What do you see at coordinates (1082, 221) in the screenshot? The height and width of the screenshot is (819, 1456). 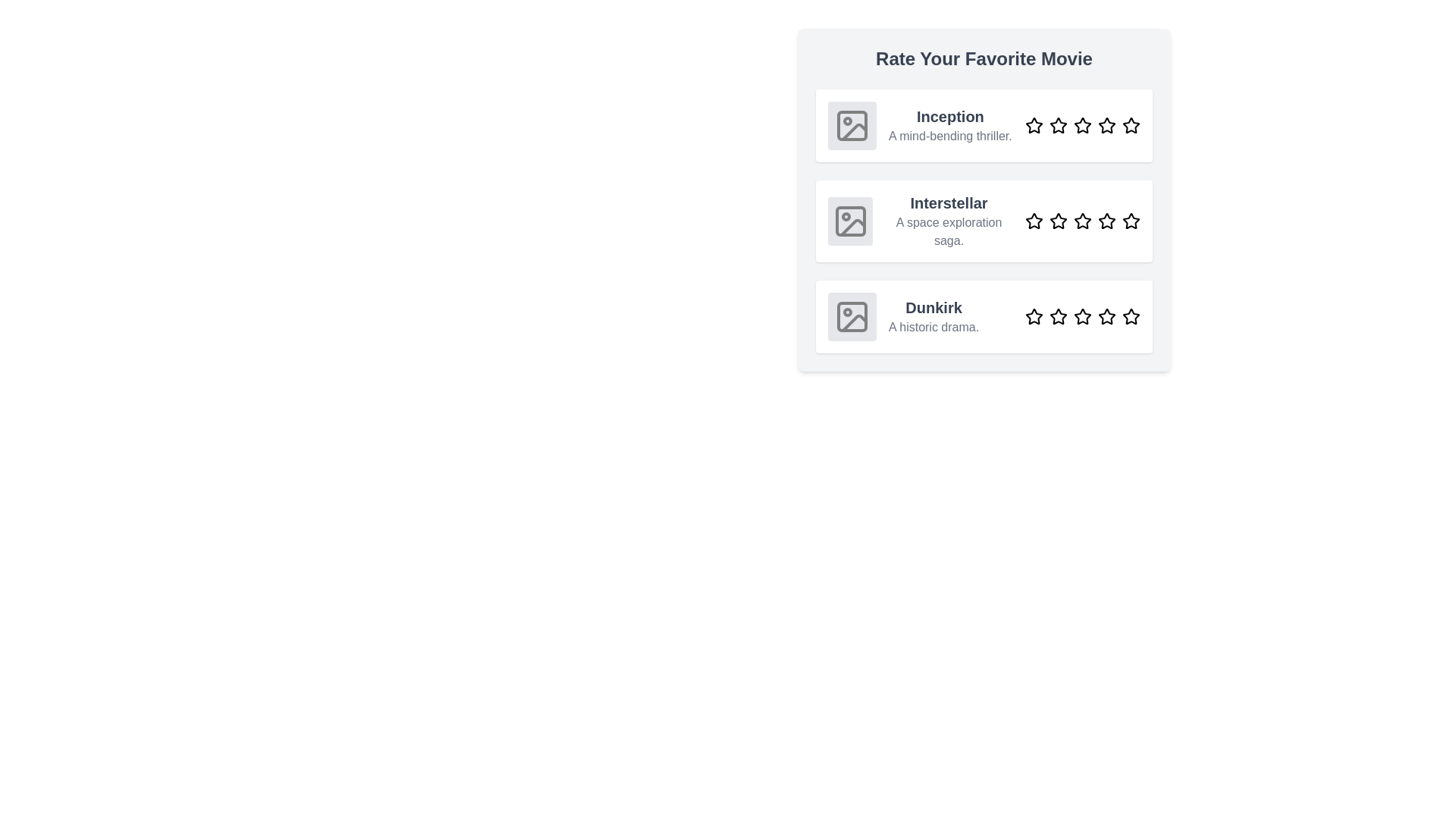 I see `the third star icon in the 'Interstellar' row of the star rating group` at bounding box center [1082, 221].